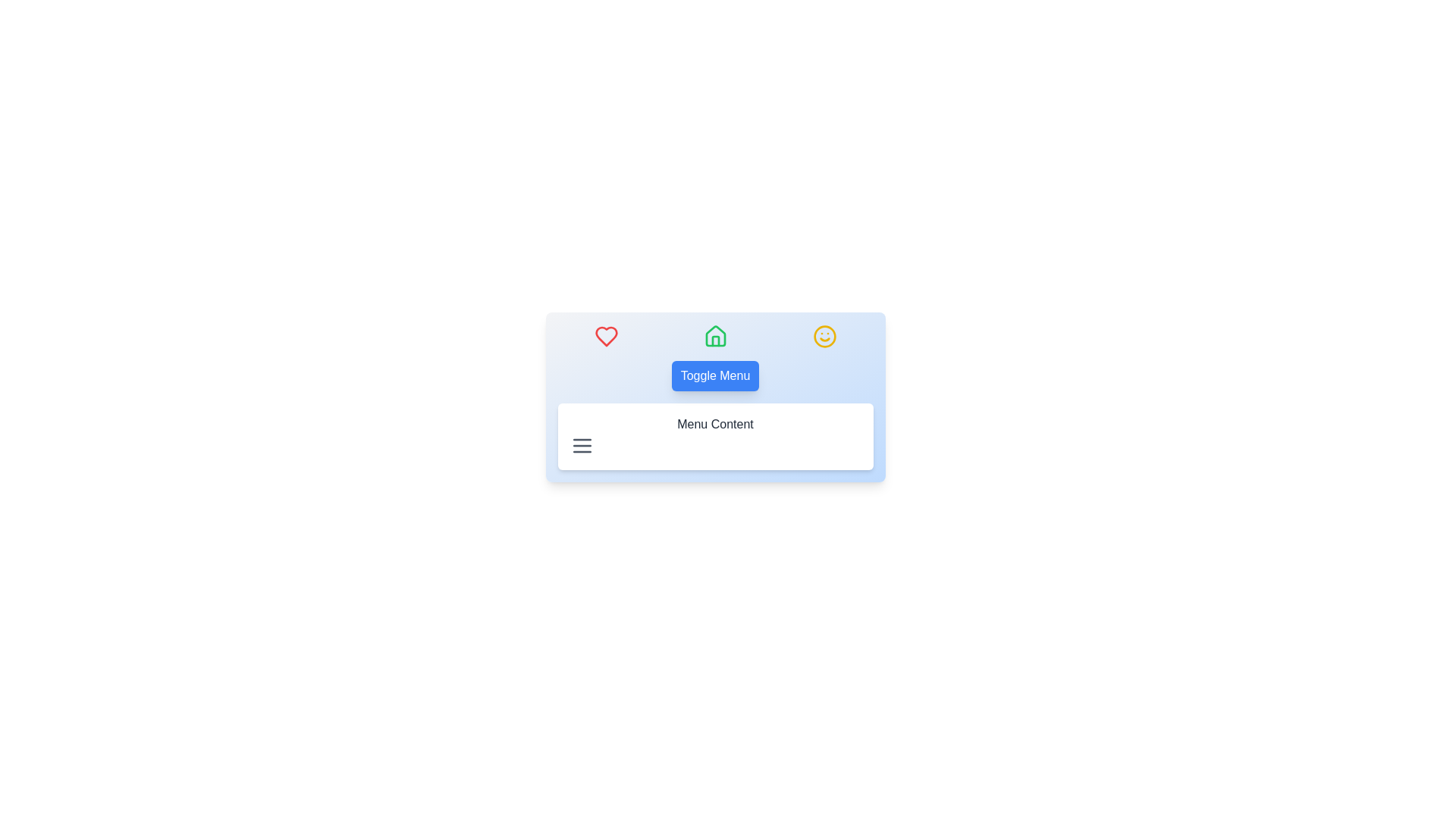 The width and height of the screenshot is (1456, 819). What do you see at coordinates (714, 375) in the screenshot?
I see `the button located within the card below the row of three icons (red heart, green house, yellow smiley)` at bounding box center [714, 375].